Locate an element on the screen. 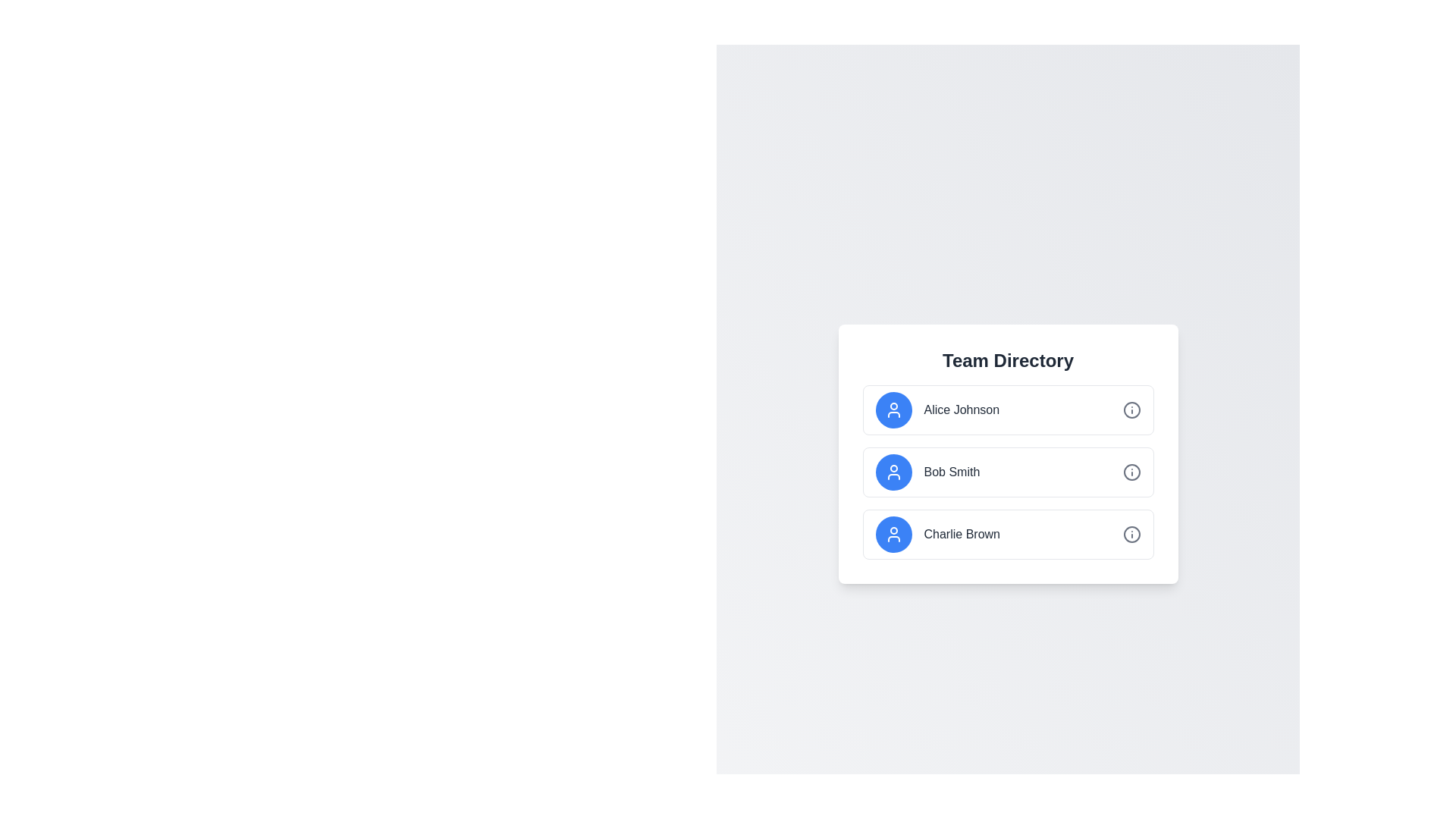 This screenshot has width=1456, height=819. the List item displaying the name 'Bob Smith' is located at coordinates (1008, 472).